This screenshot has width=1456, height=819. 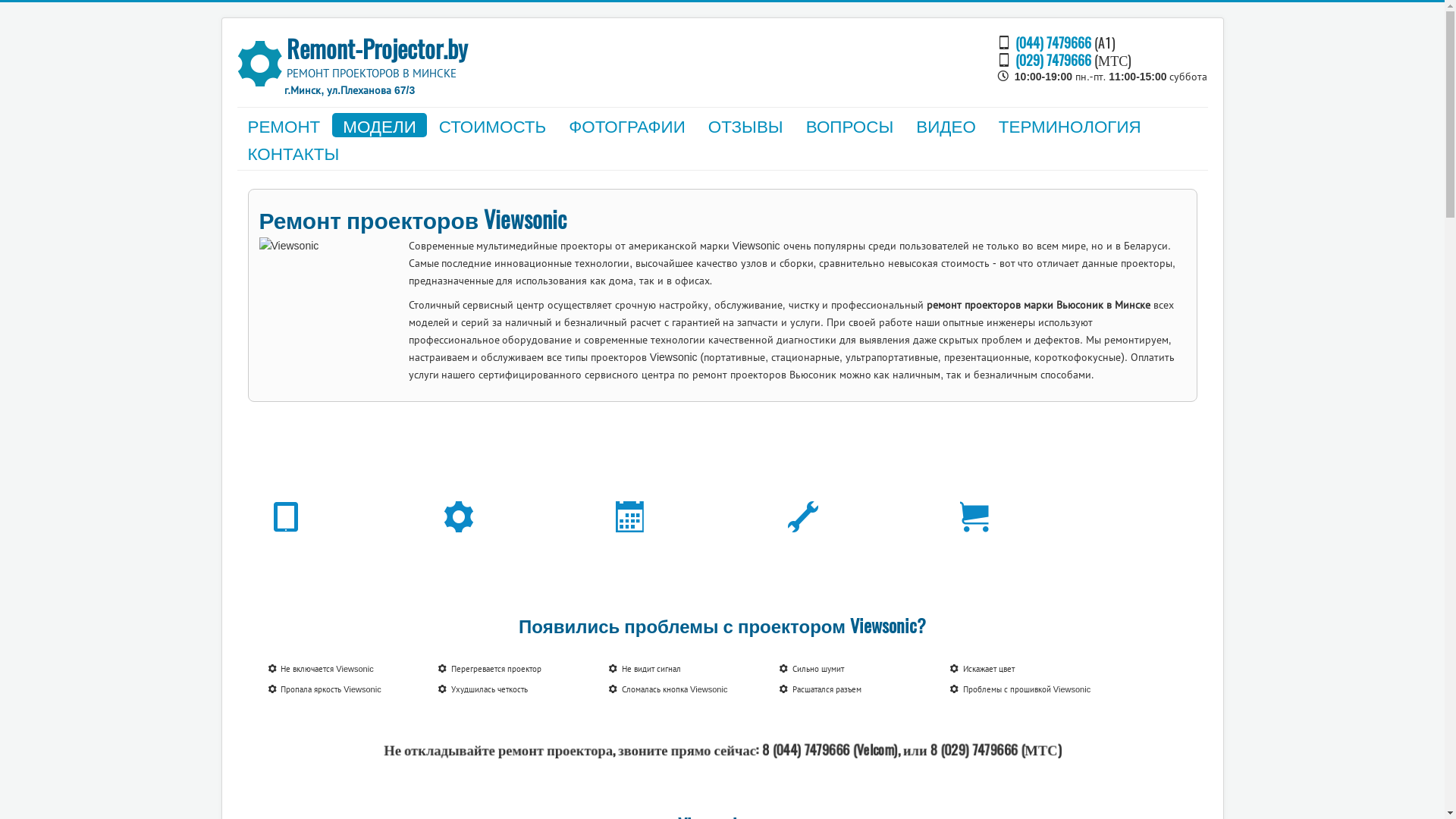 I want to click on 'Viewsonic', so click(x=330, y=301).